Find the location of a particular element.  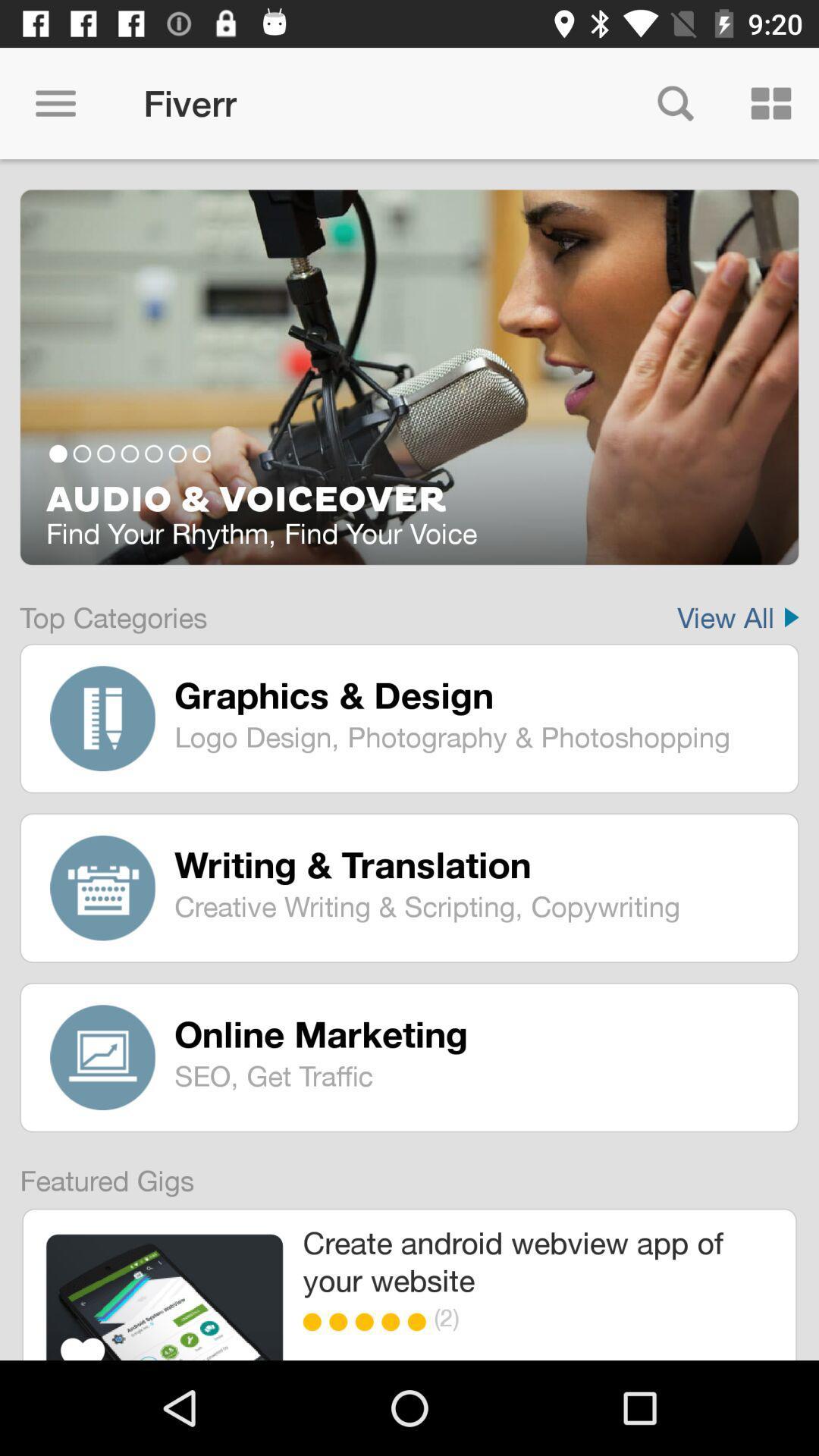

the item below the online marketing icon is located at coordinates (475, 1075).